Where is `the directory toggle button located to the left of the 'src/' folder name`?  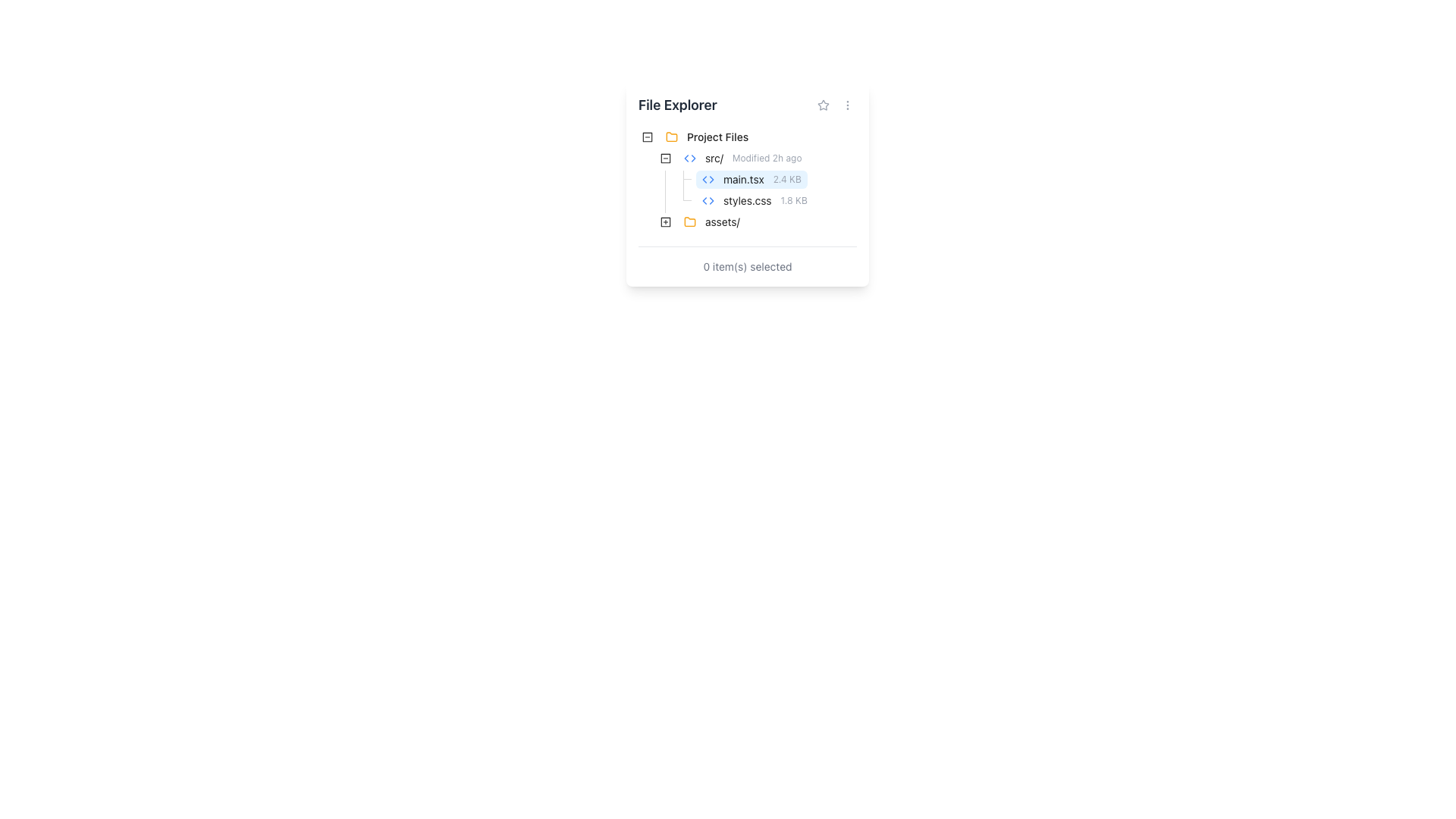
the directory toggle button located to the left of the 'src/' folder name is located at coordinates (666, 158).